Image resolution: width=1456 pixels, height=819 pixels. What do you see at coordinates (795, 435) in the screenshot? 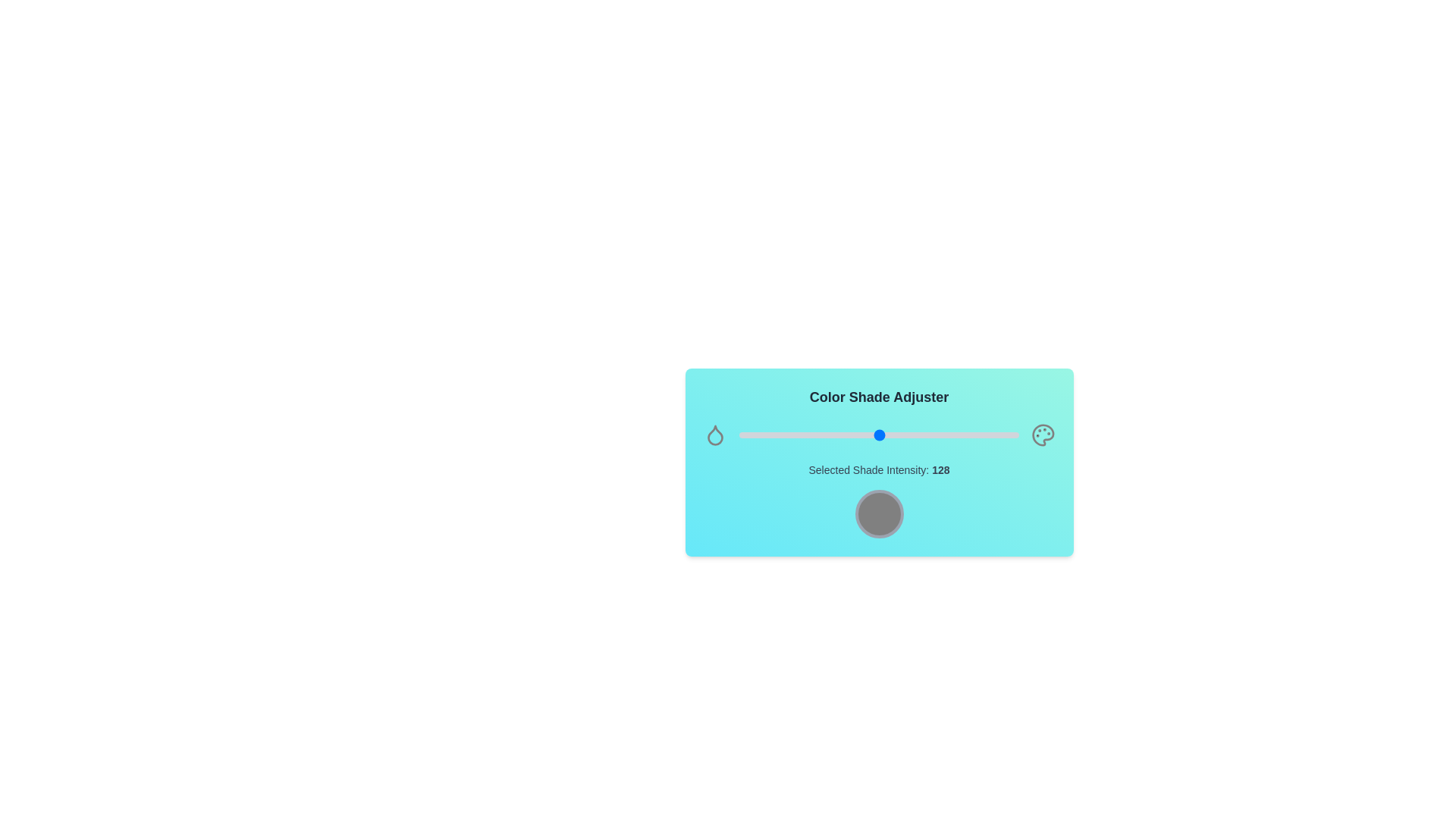
I see `the shade intensity to 52 by interacting with the slider` at bounding box center [795, 435].